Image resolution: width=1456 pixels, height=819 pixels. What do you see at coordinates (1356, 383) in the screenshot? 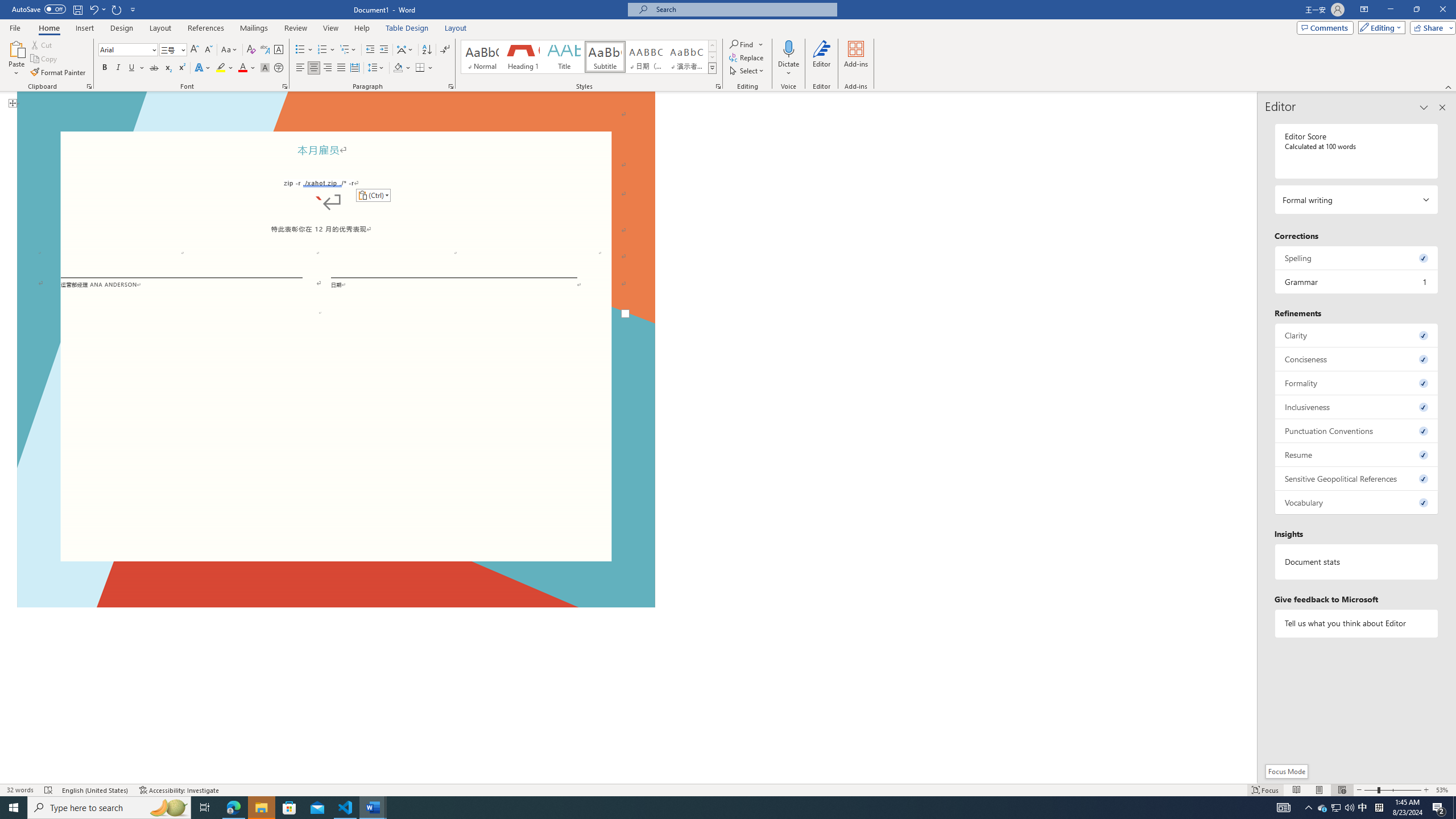
I see `'Formality, 0 issues. Press space or enter to review items.'` at bounding box center [1356, 383].